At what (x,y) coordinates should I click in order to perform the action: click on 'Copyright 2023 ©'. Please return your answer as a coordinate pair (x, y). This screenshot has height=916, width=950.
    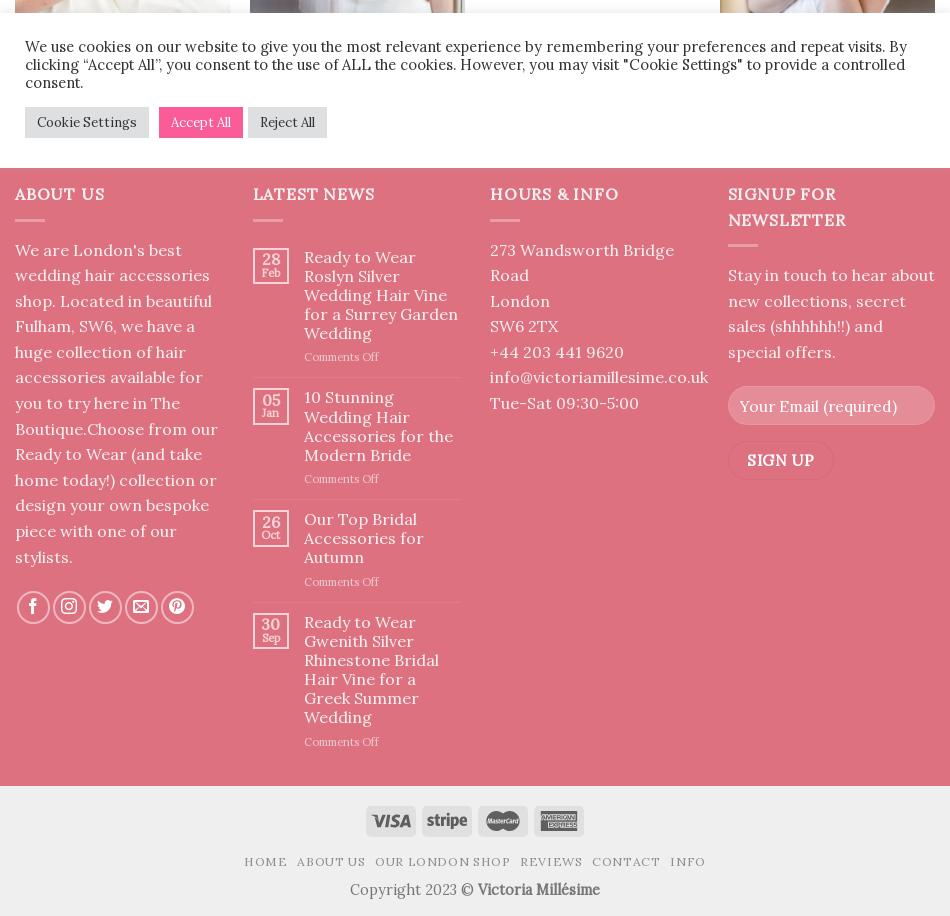
    Looking at the image, I should click on (348, 888).